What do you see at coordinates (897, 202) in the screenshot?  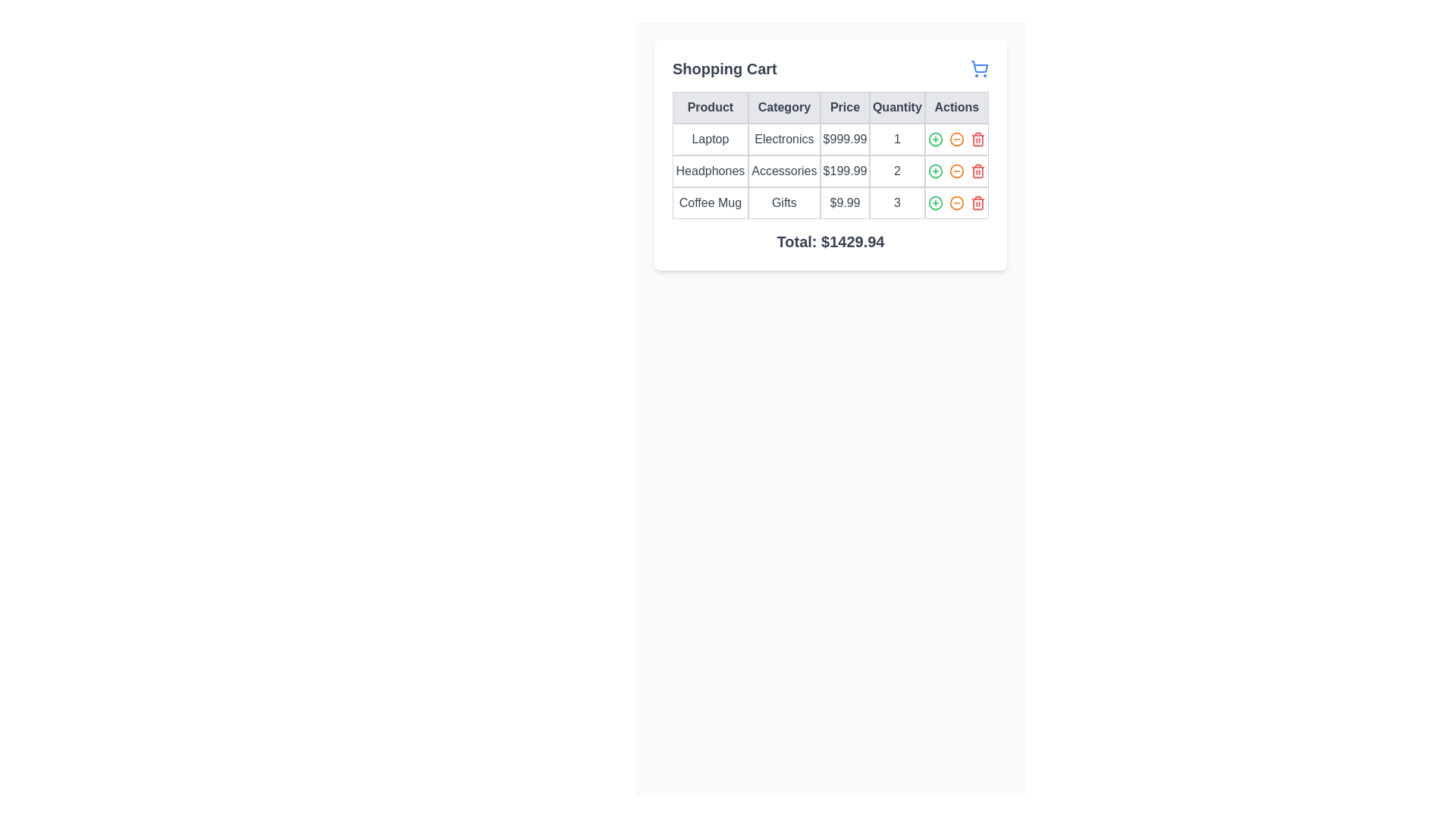 I see `the non-editable quantity display for the 'Coffee Mug' item, located in the fourth cell of the shopping cart table under the 'Quantity' column` at bounding box center [897, 202].